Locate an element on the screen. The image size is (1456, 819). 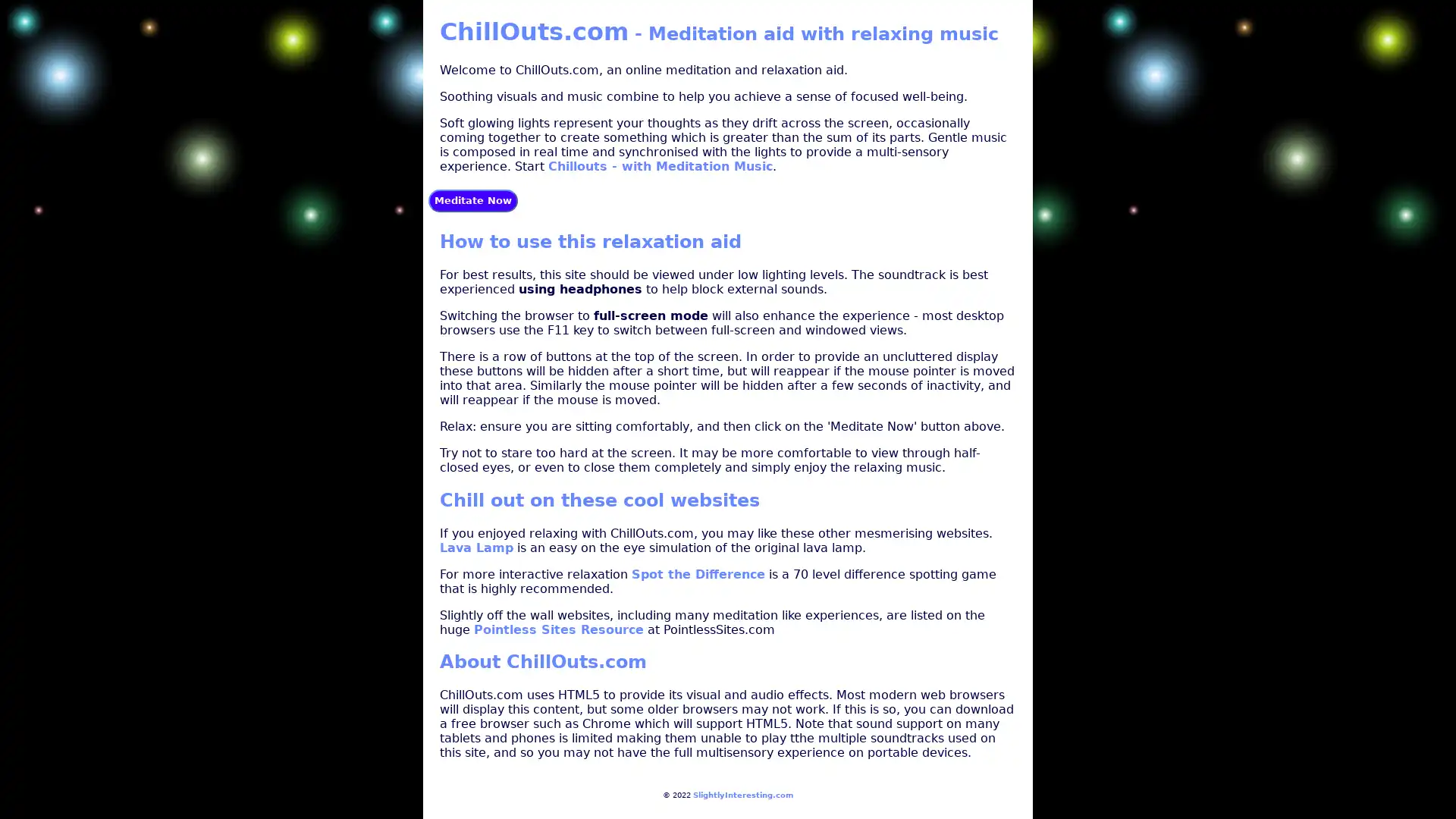
Meditate Now is located at coordinates (472, 199).